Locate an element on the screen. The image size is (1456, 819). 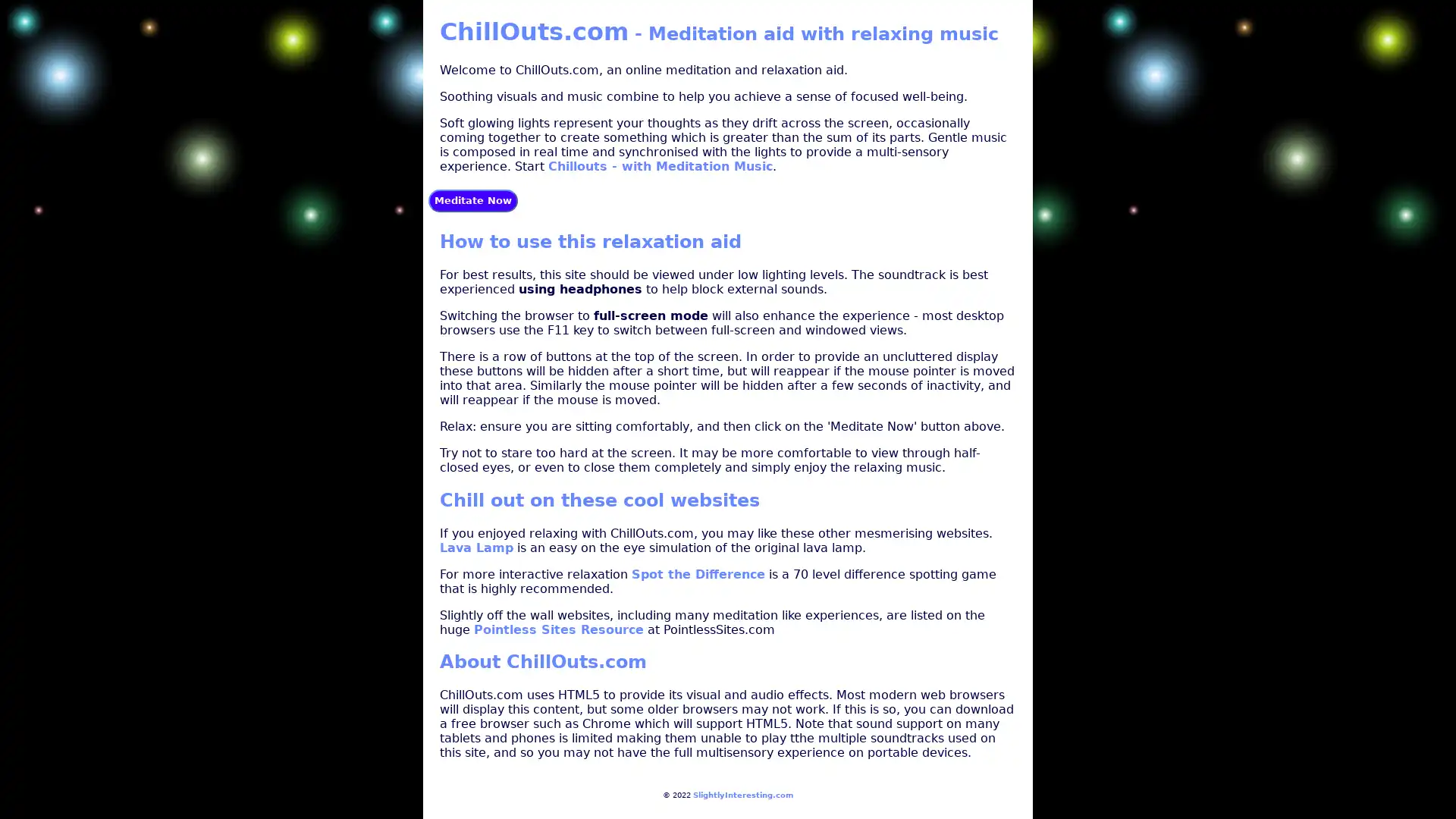
Meditate Now is located at coordinates (472, 199).